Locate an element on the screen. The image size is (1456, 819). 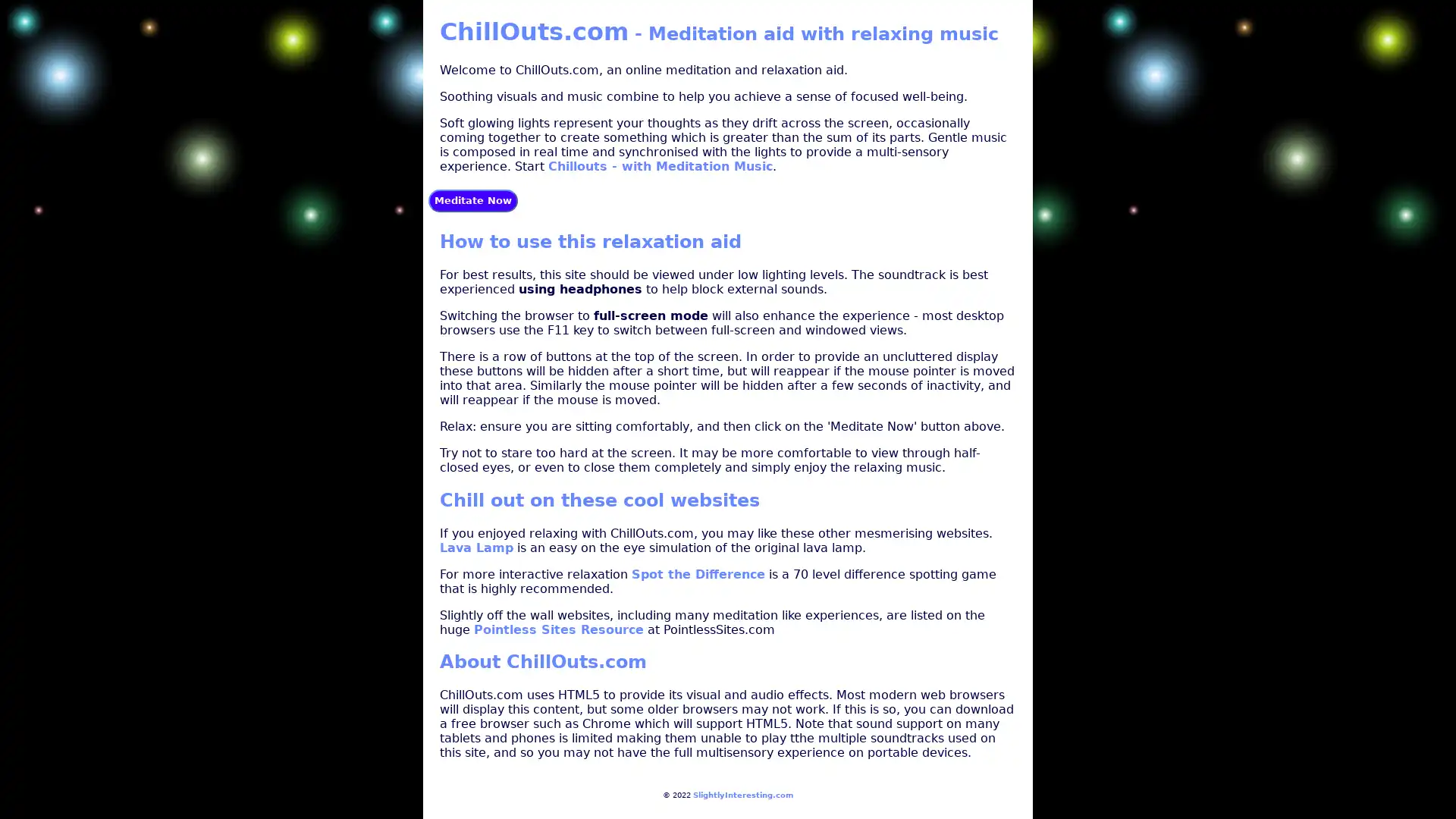
Meditate Now is located at coordinates (472, 199).